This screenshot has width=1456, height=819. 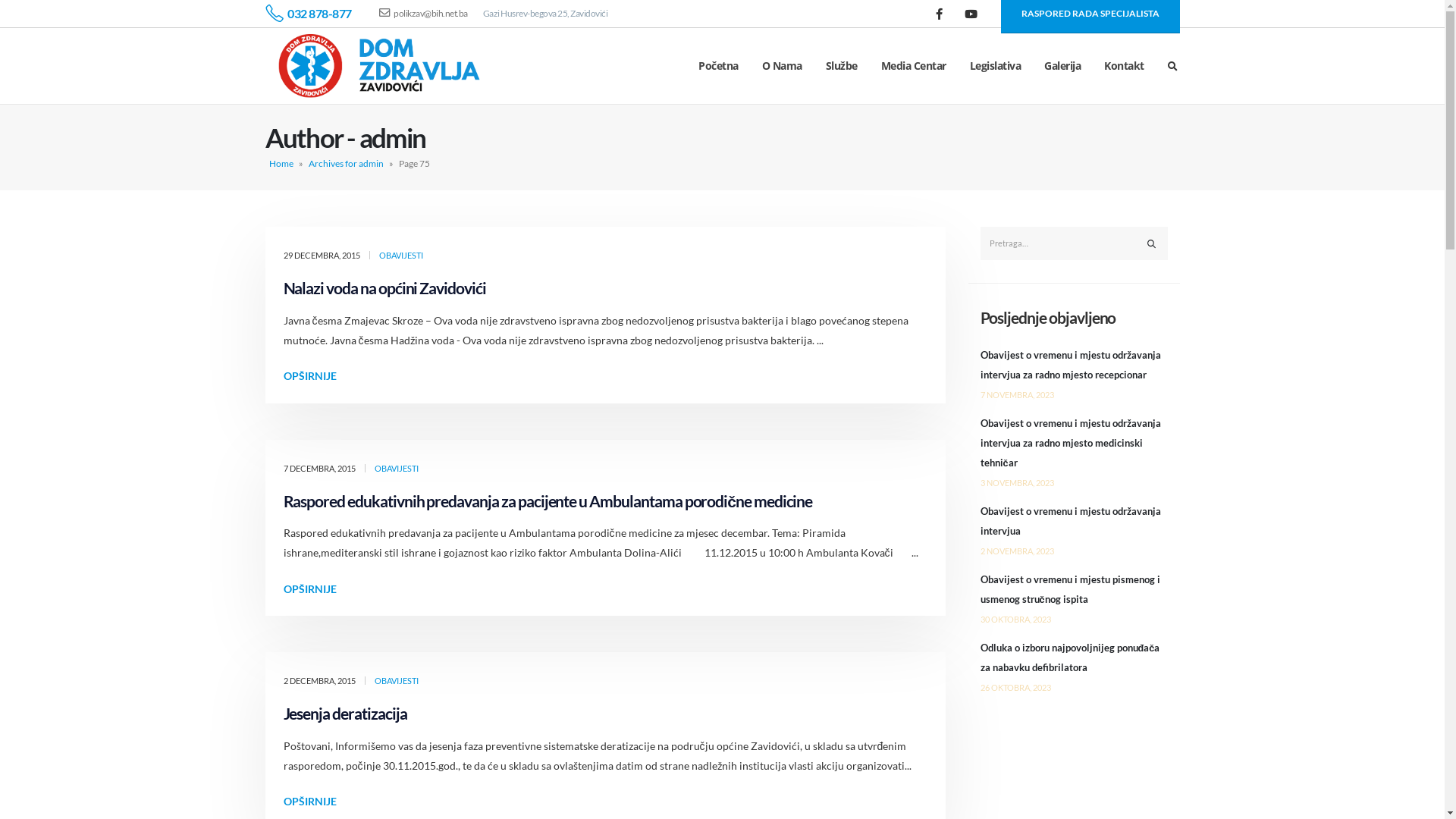 I want to click on 'O Nama', so click(x=782, y=65).